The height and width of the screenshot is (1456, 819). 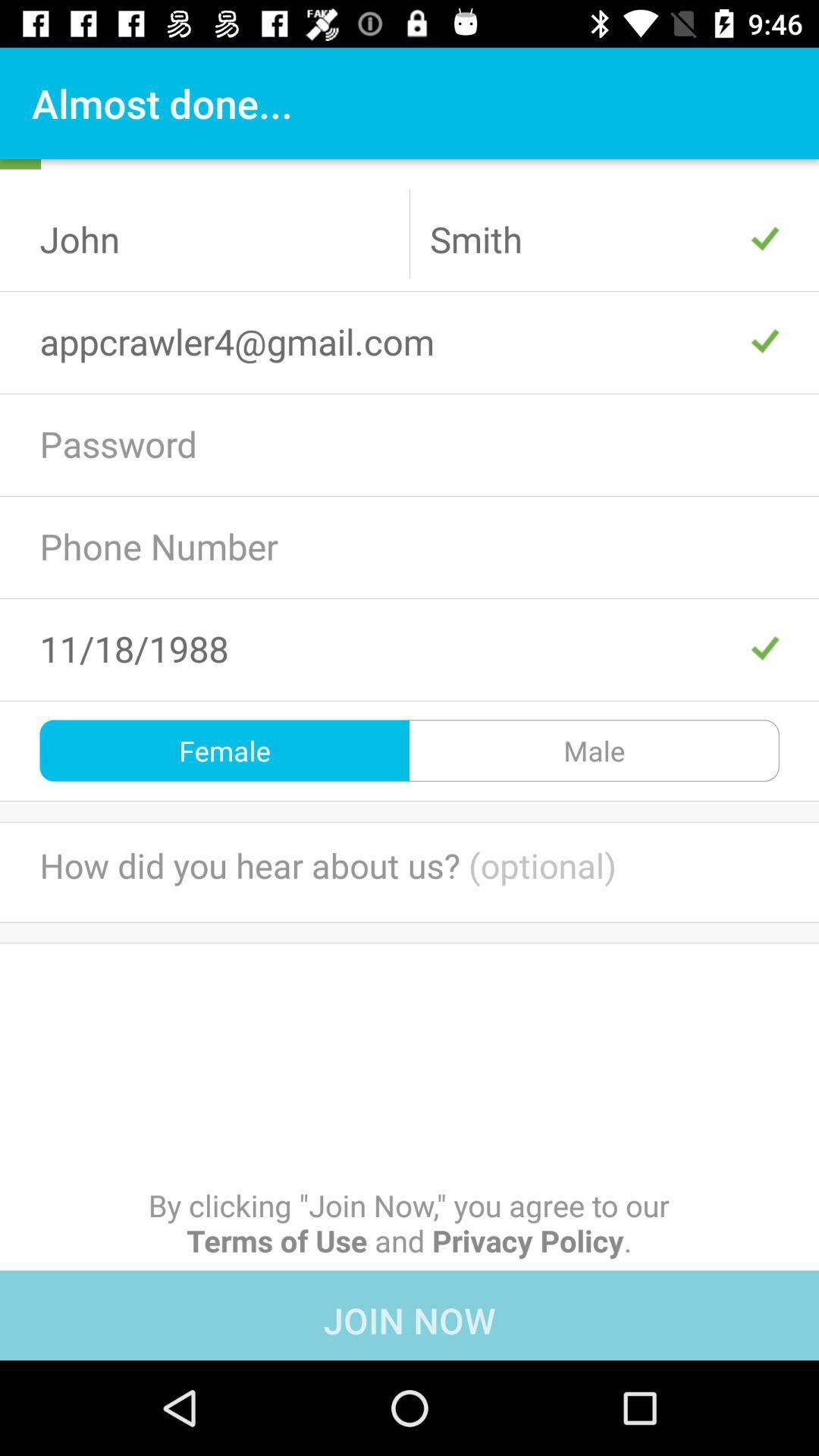 I want to click on the icon above join now, so click(x=408, y=1222).